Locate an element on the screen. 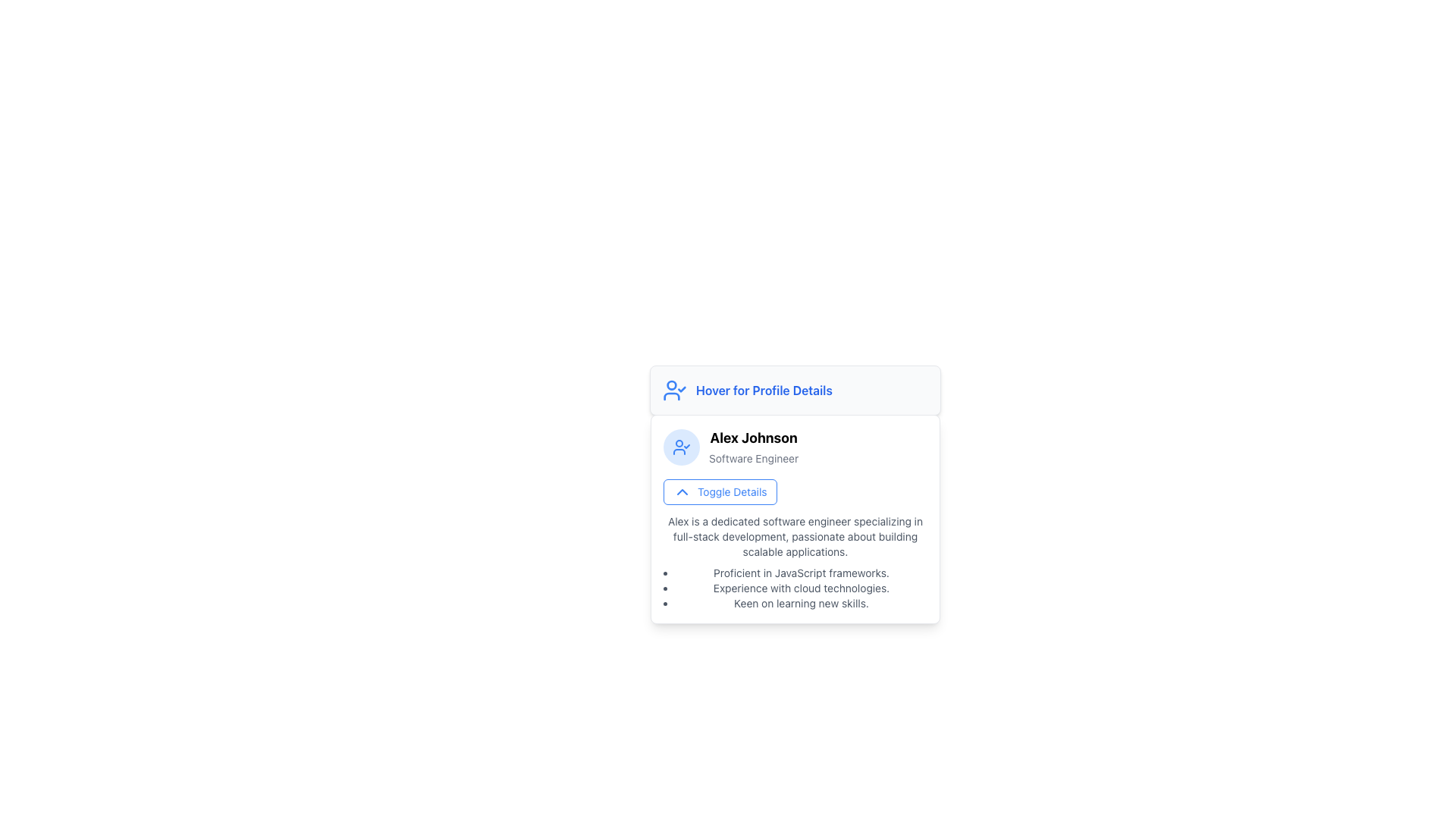  the blue user figure icon with a checkmark, positioned to the left of the text 'Hover for Profile Details' is located at coordinates (673, 390).